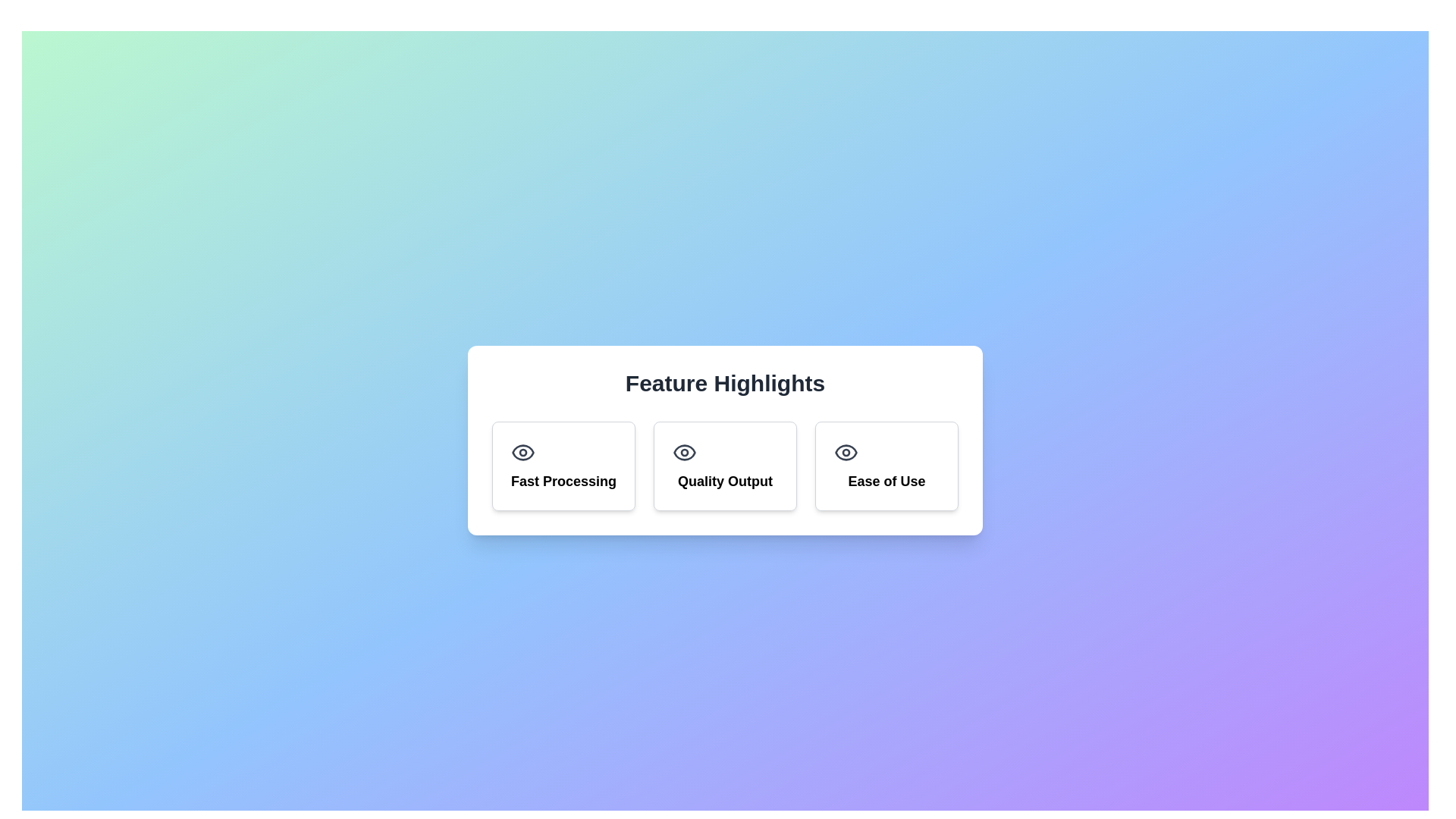  What do you see at coordinates (563, 482) in the screenshot?
I see `text label displaying 'Fast Processing', which is styled in bold and larger font, located below an eye icon within the leftmost box under the heading 'Feature Highlights'` at bounding box center [563, 482].